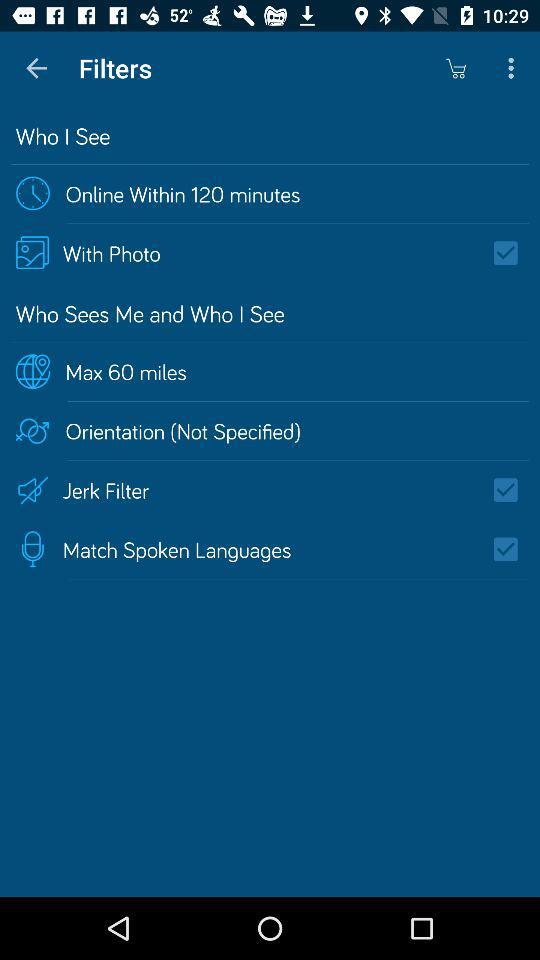 The width and height of the screenshot is (540, 960). Describe the element at coordinates (512, 549) in the screenshot. I see `filter match spoken languages` at that location.